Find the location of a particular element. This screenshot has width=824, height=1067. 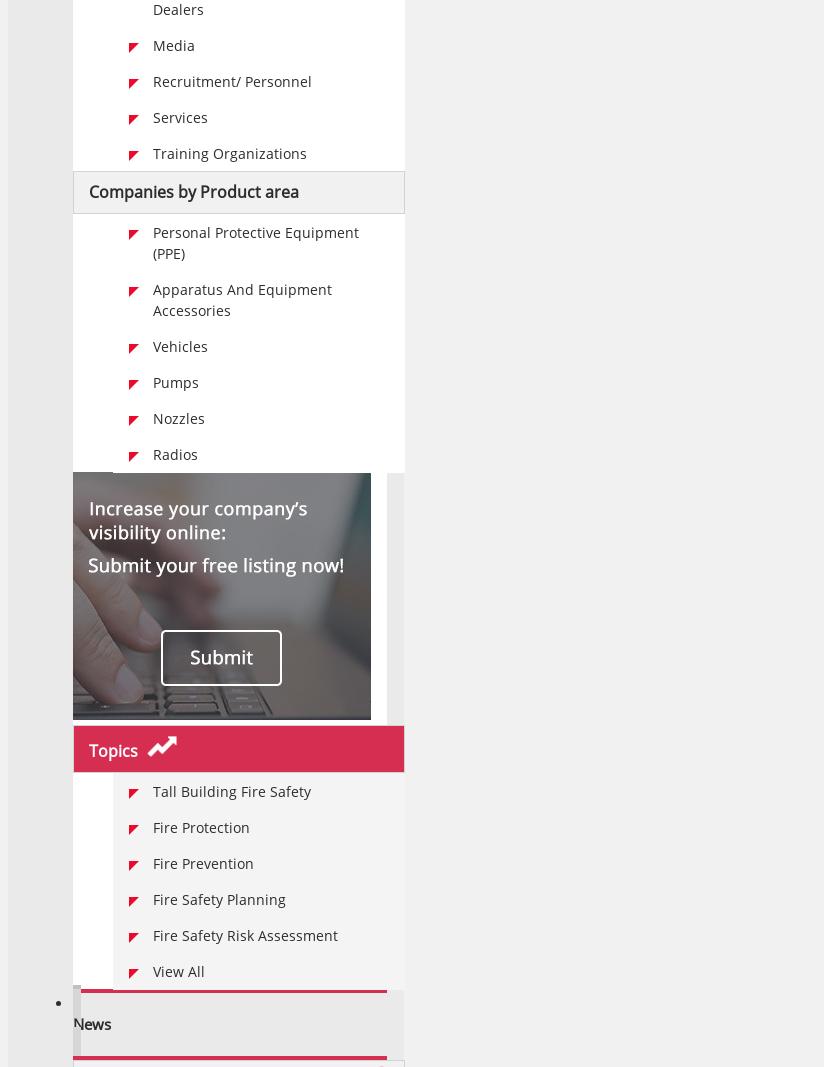

'Radios' is located at coordinates (175, 453).